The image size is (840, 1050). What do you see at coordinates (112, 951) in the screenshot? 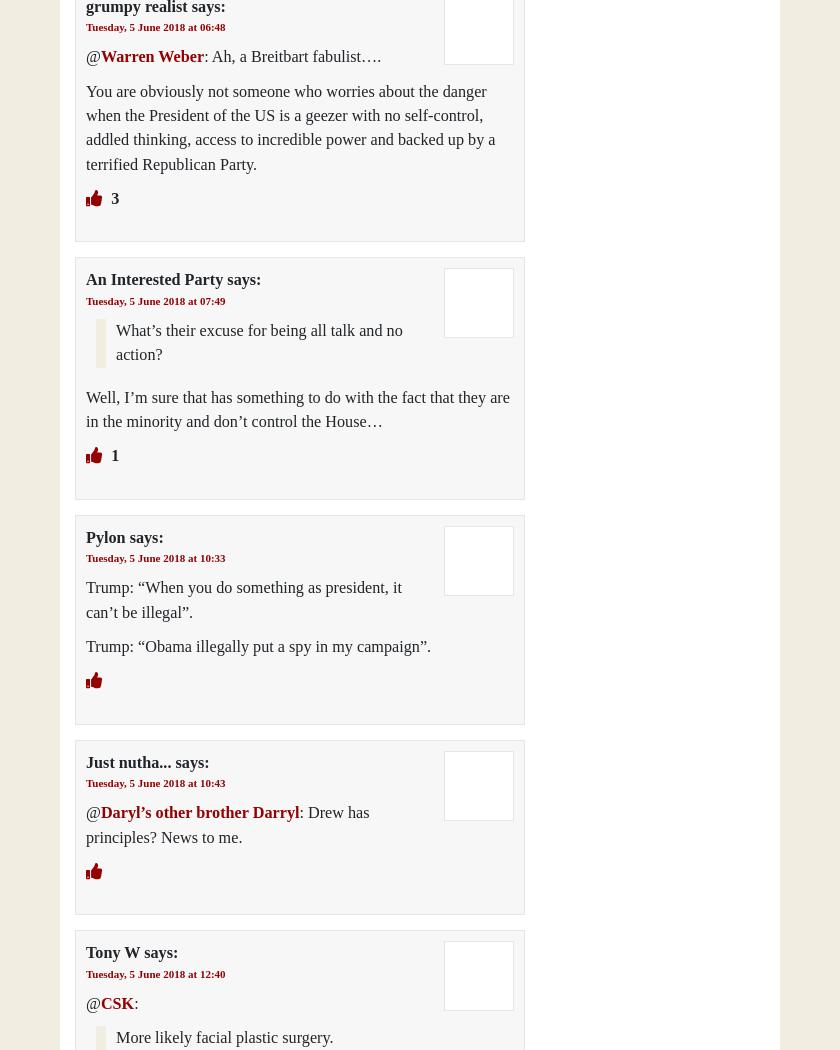
I see `'Tony W'` at bounding box center [112, 951].